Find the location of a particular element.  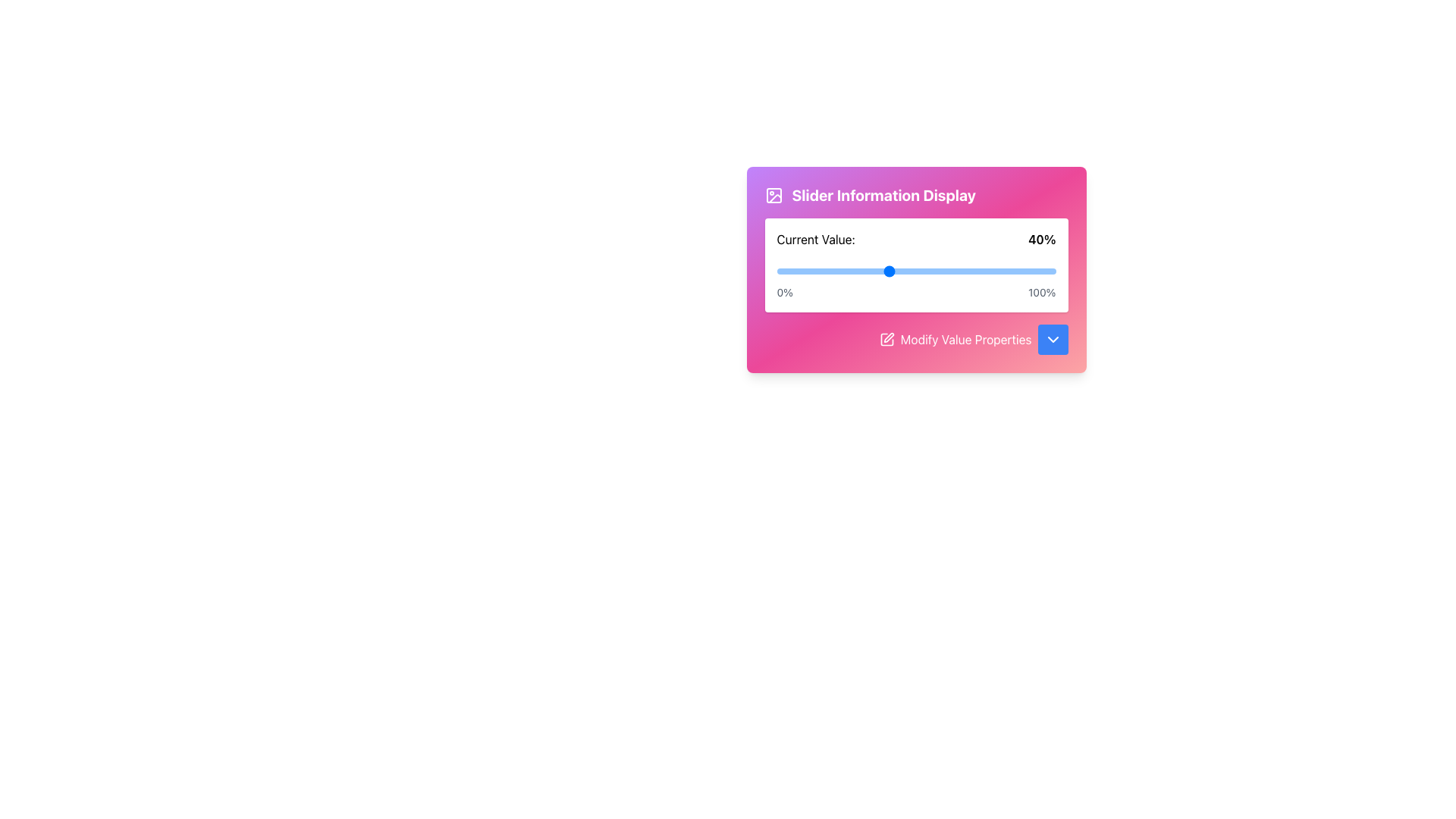

the Static Text element displaying '0%', which is styled in gray color and located near the left edge of a progress bar is located at coordinates (785, 292).